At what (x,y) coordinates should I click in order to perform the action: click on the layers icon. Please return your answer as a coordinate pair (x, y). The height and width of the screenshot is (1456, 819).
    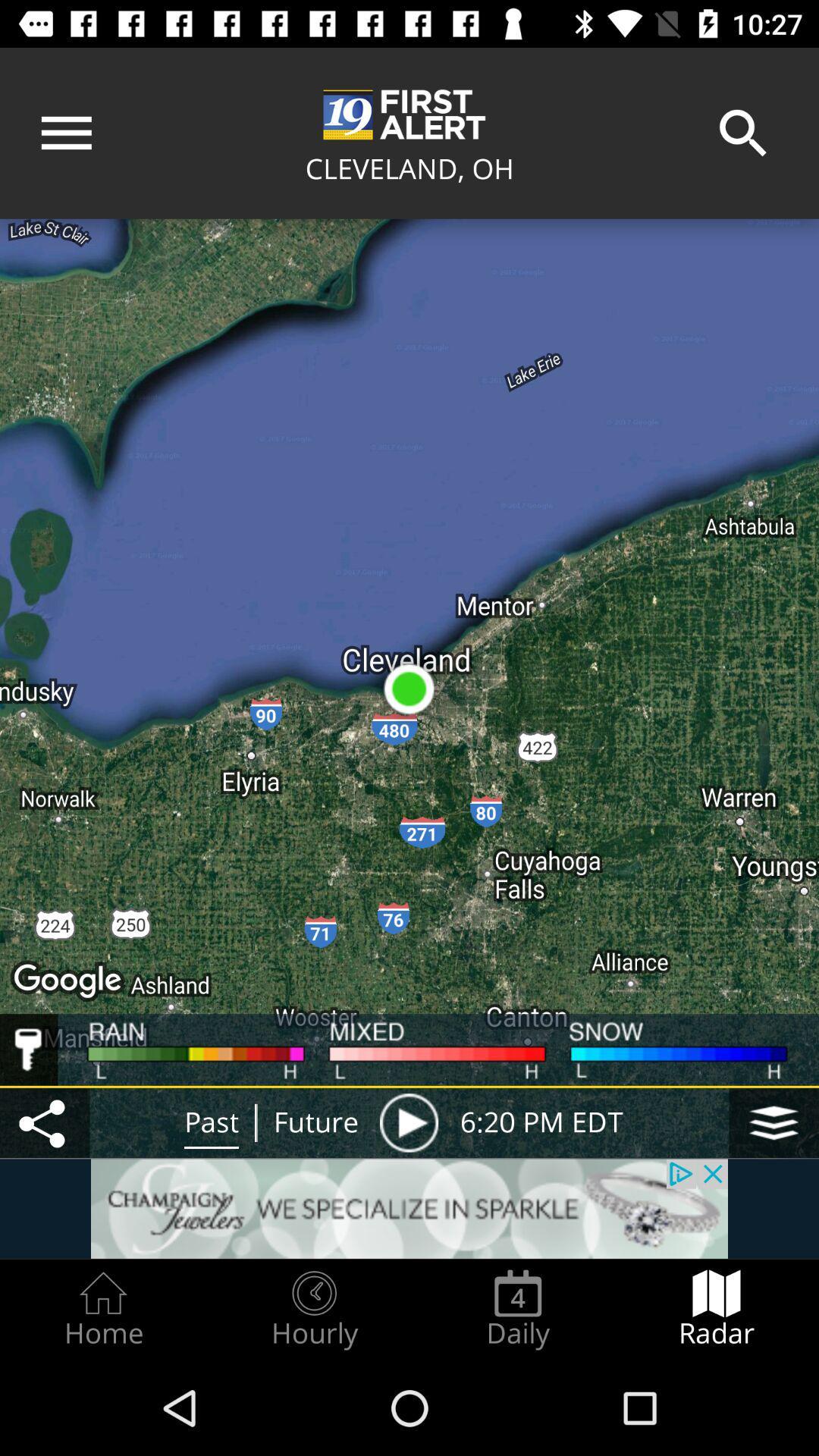
    Looking at the image, I should click on (773, 1122).